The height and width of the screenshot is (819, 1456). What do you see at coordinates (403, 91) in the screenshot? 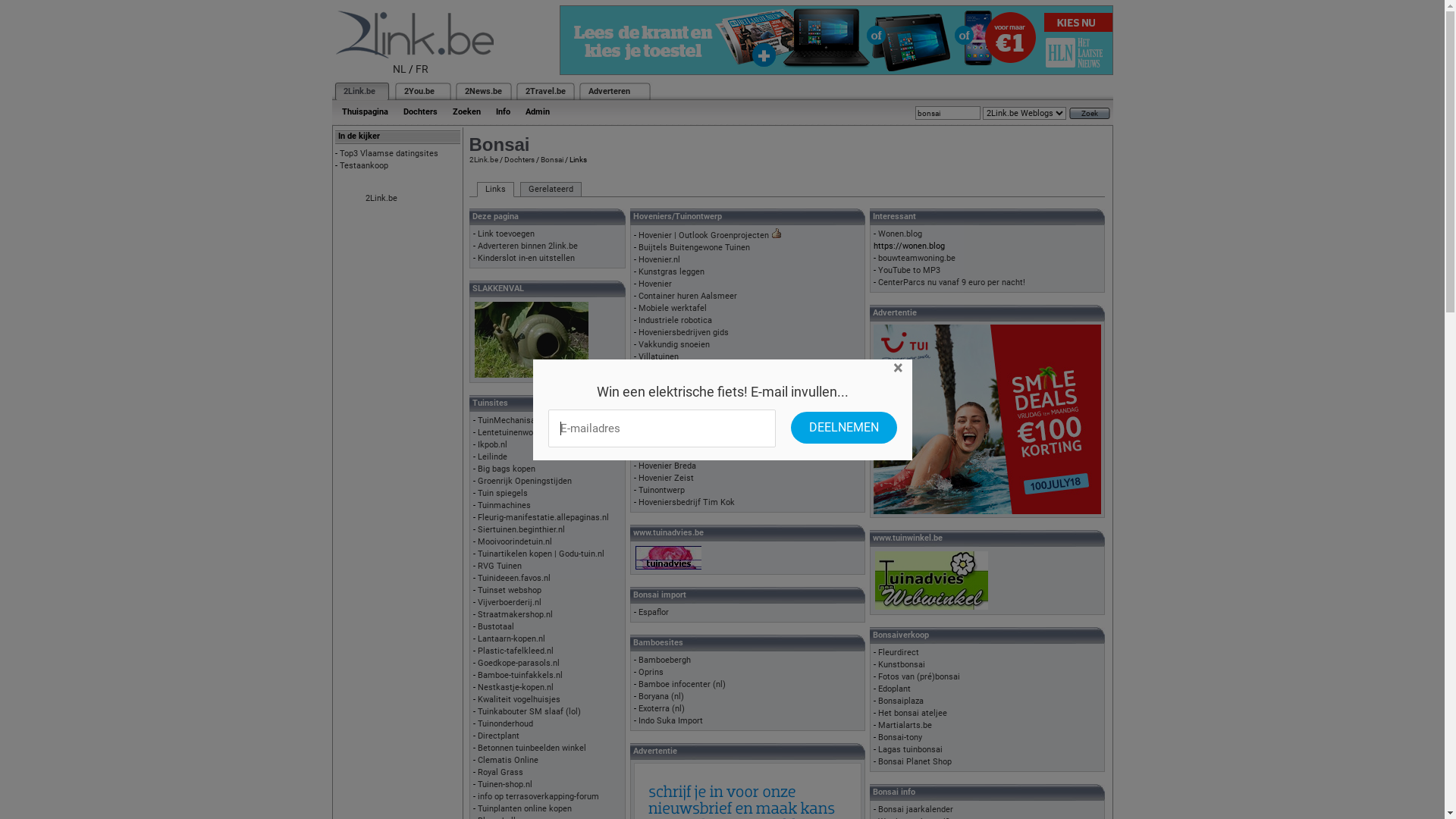
I see `'2You.be'` at bounding box center [403, 91].